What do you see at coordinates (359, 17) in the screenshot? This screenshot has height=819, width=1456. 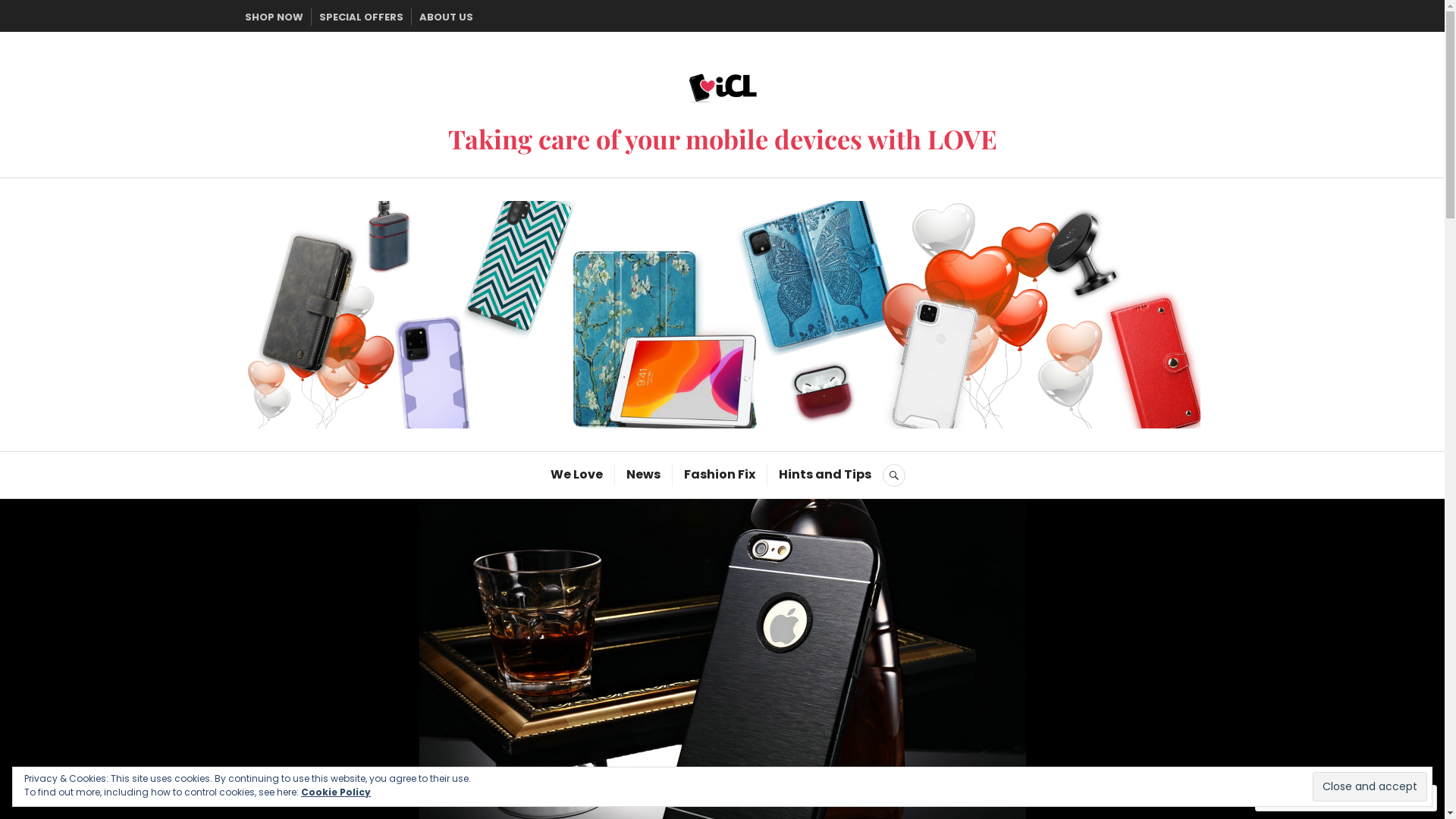 I see `'SPECIAL OFFERS'` at bounding box center [359, 17].